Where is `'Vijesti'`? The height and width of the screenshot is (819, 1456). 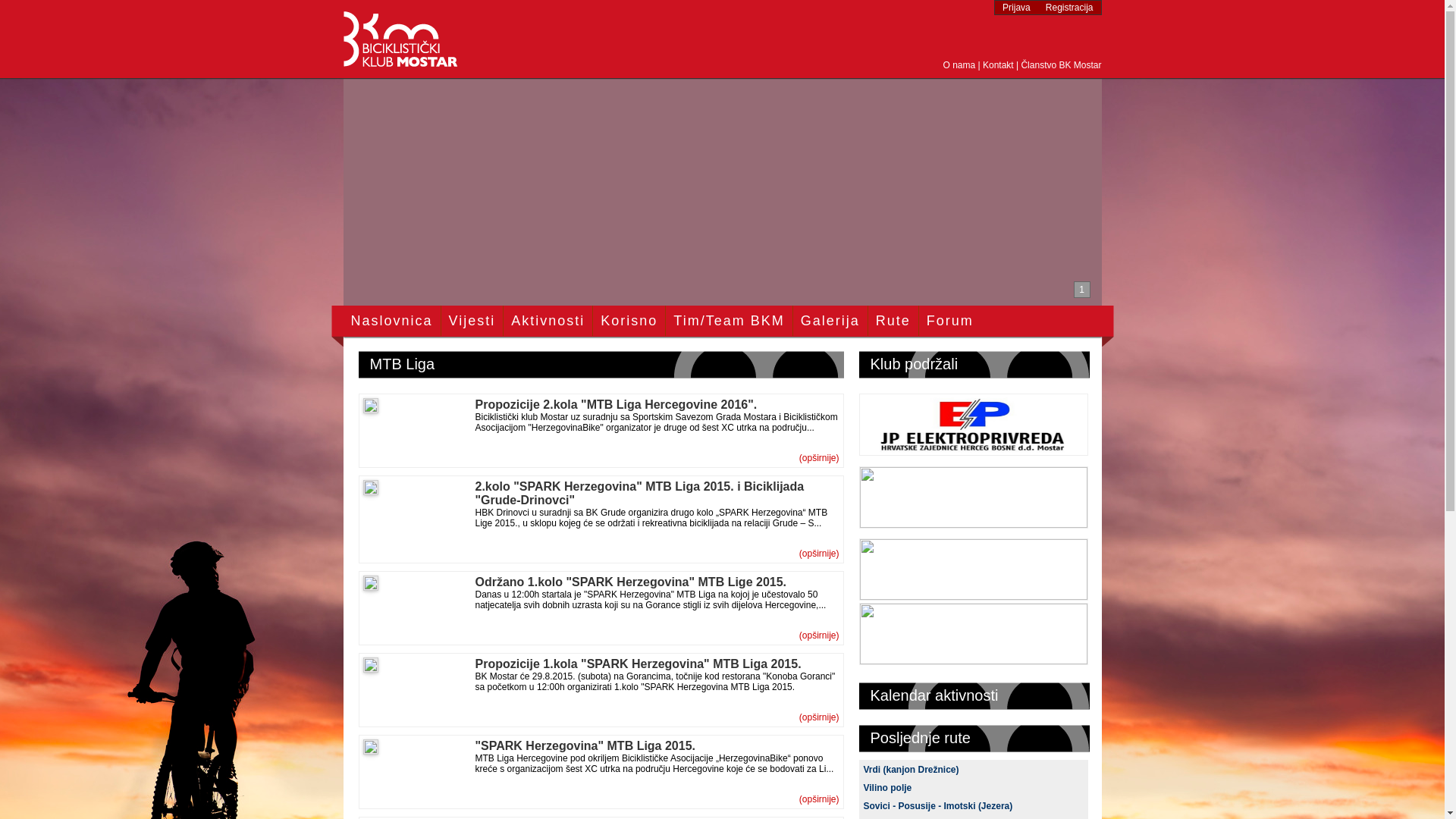
'Vijesti' is located at coordinates (472, 320).